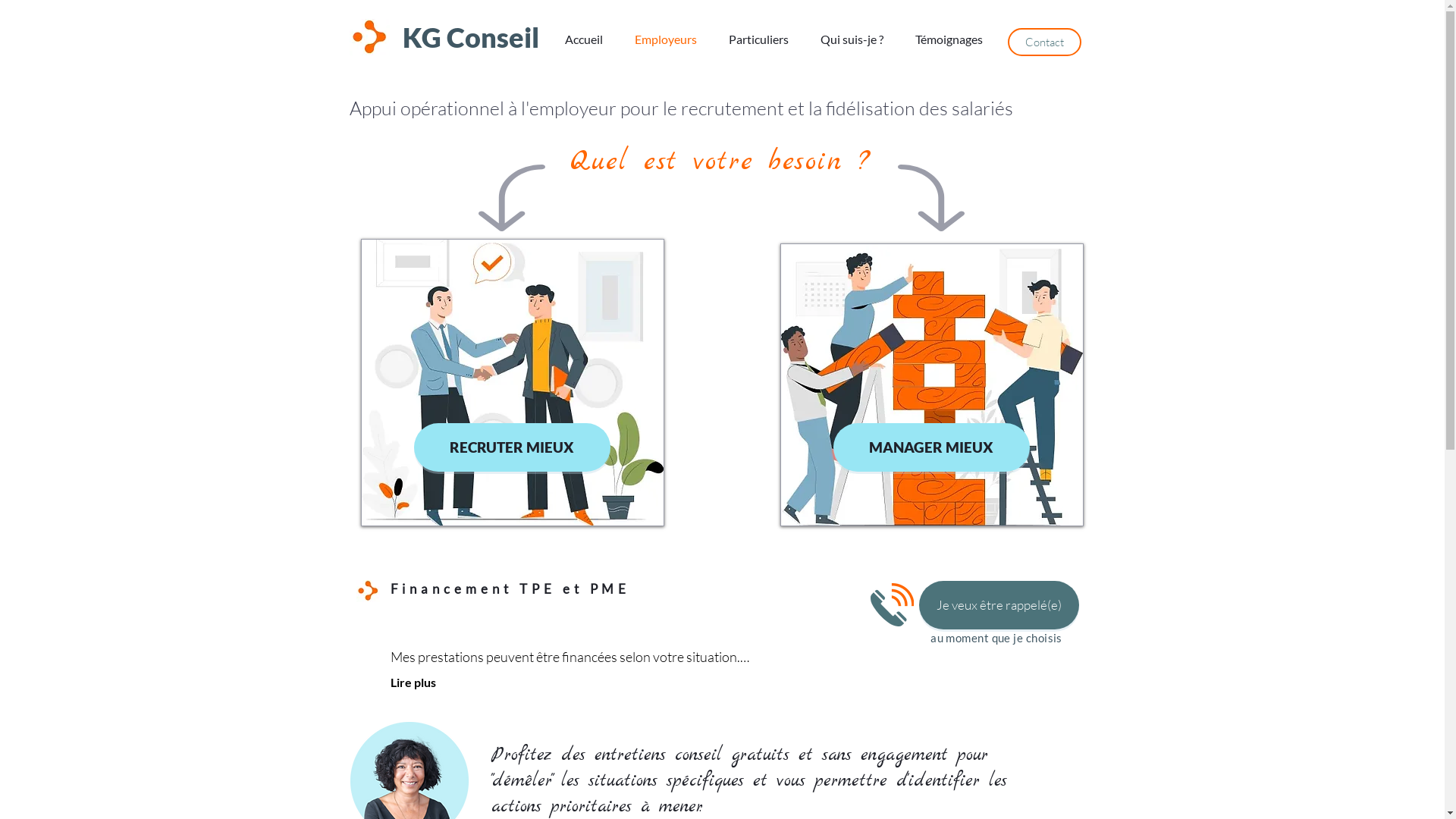 The height and width of the screenshot is (819, 1456). Describe the element at coordinates (763, 42) in the screenshot. I see `'Particuliers'` at that location.